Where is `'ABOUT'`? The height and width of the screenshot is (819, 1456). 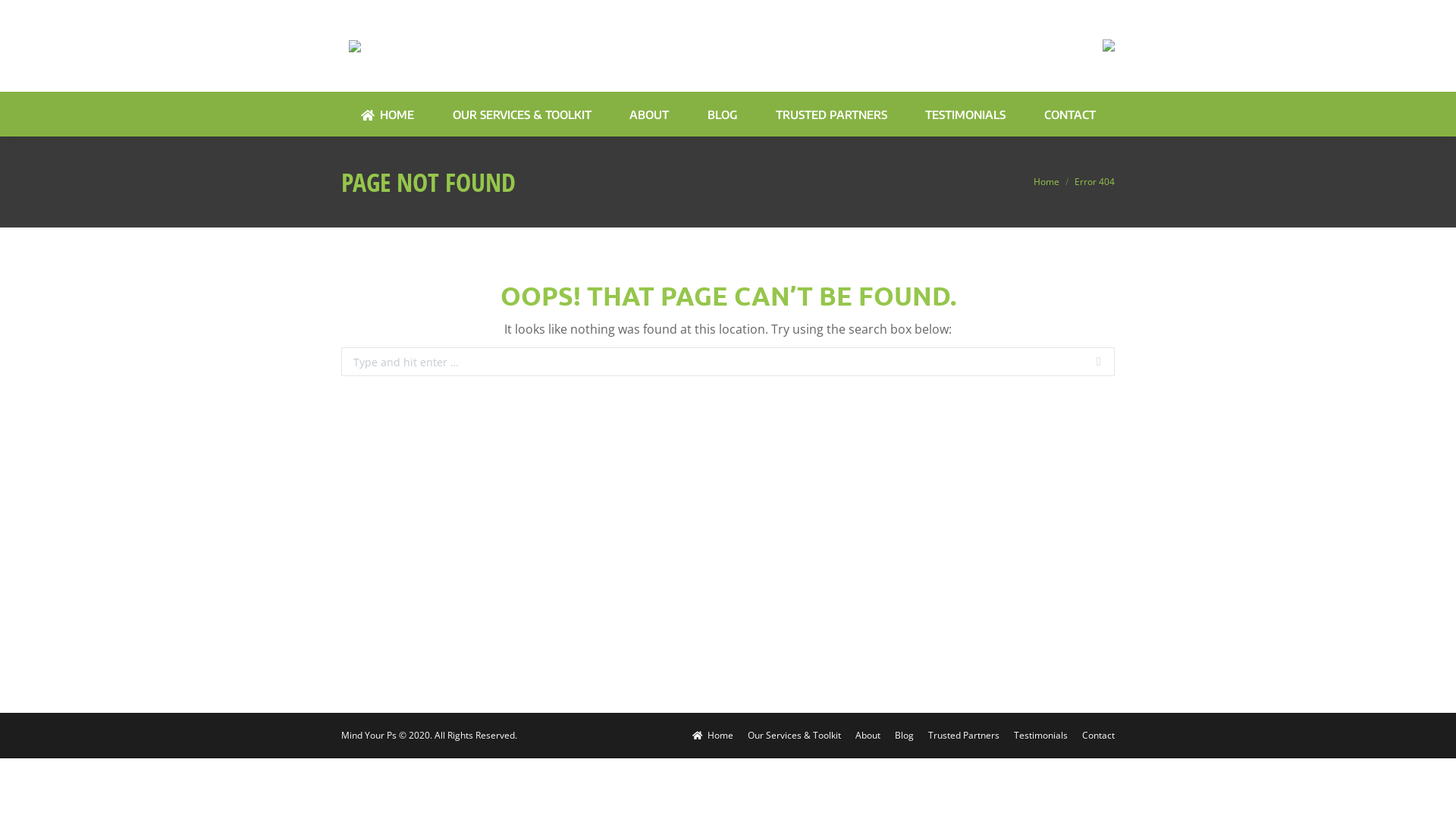
'ABOUT' is located at coordinates (648, 114).